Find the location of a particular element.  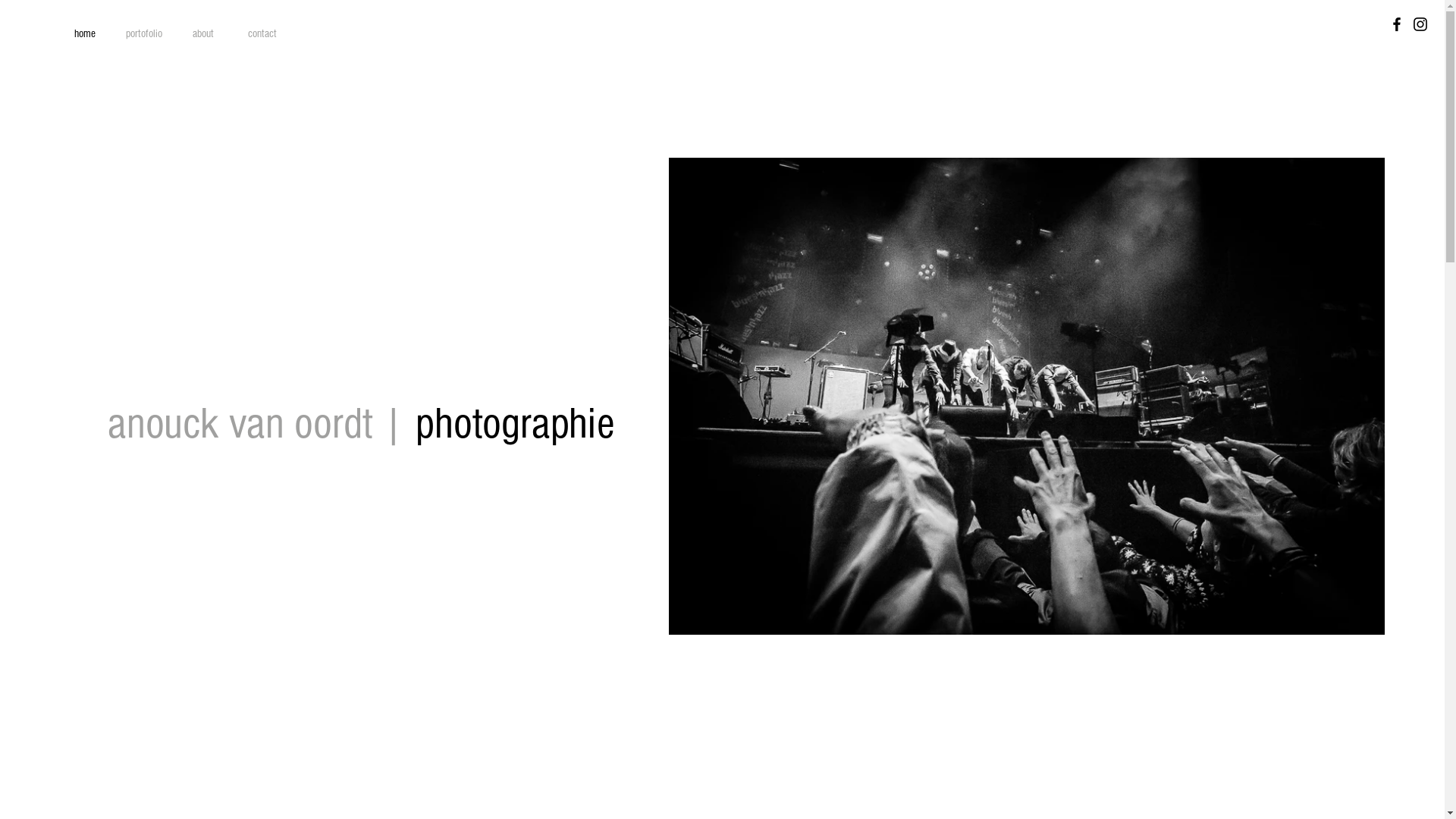

'portofolio' is located at coordinates (144, 34).